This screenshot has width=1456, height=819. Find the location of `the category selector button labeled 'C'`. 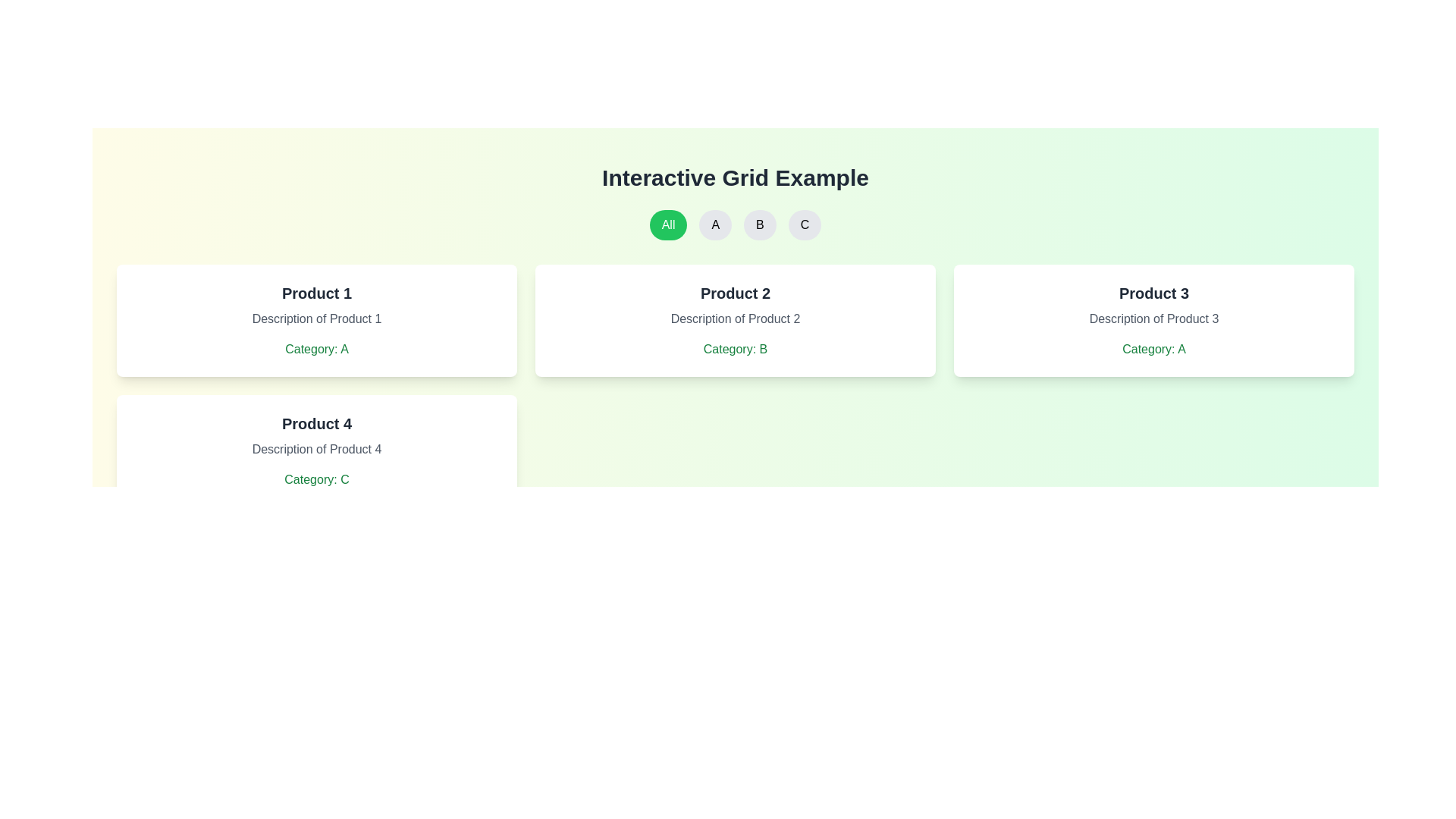

the category selector button labeled 'C' is located at coordinates (804, 225).